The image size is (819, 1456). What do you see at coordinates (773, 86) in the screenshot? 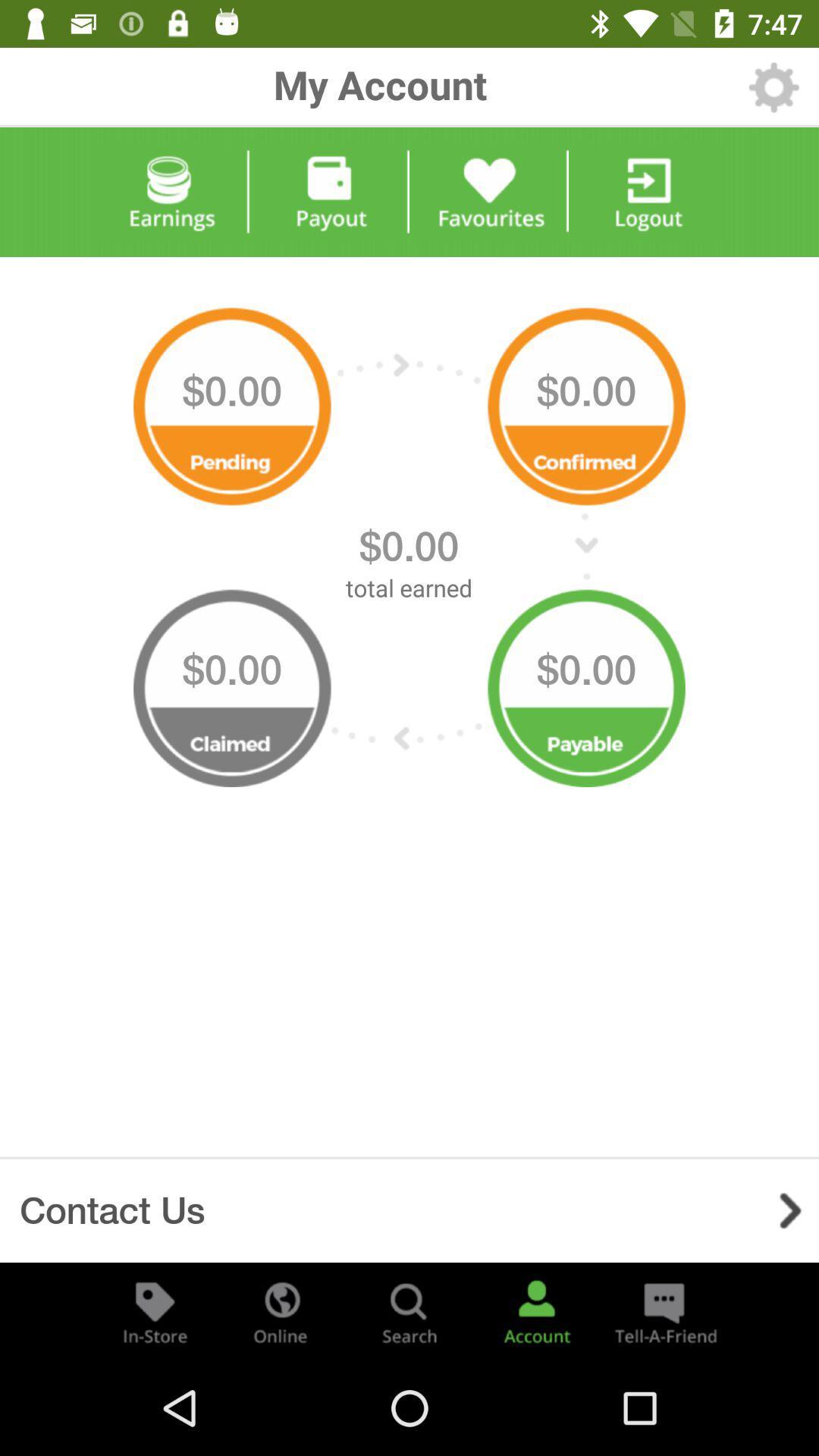
I see `the item to the right of my account item` at bounding box center [773, 86].